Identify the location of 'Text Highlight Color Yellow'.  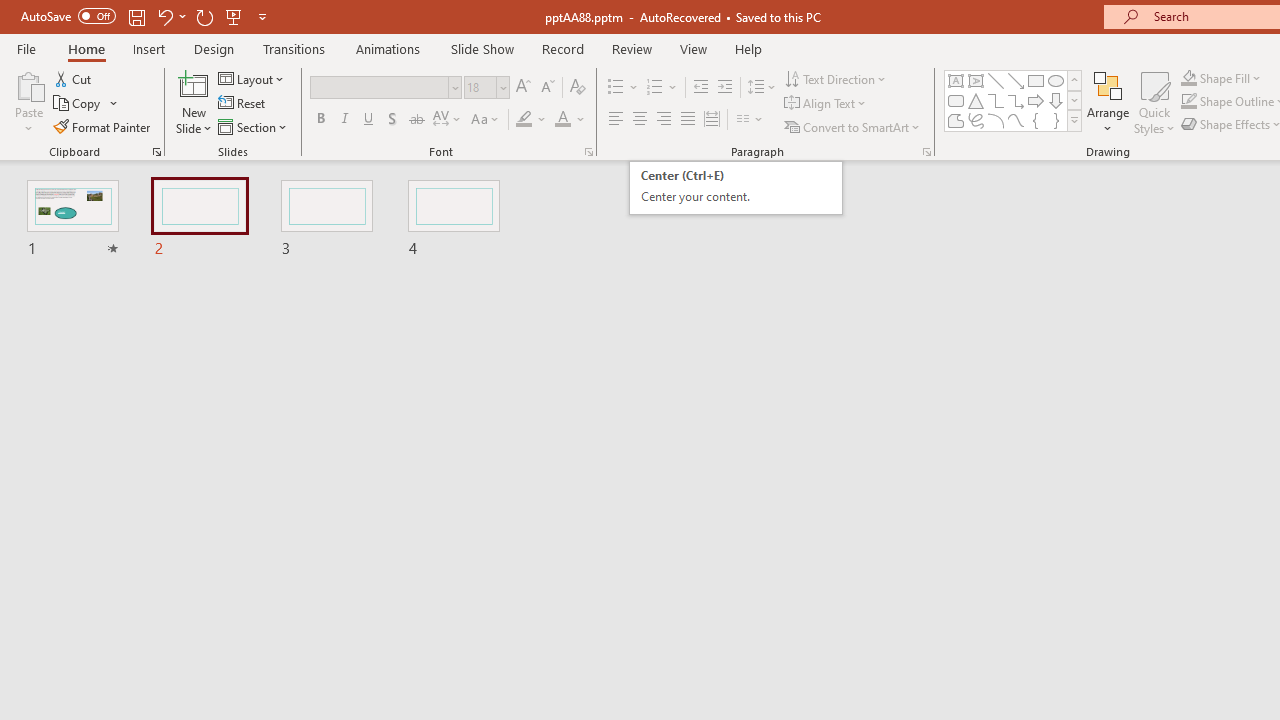
(524, 119).